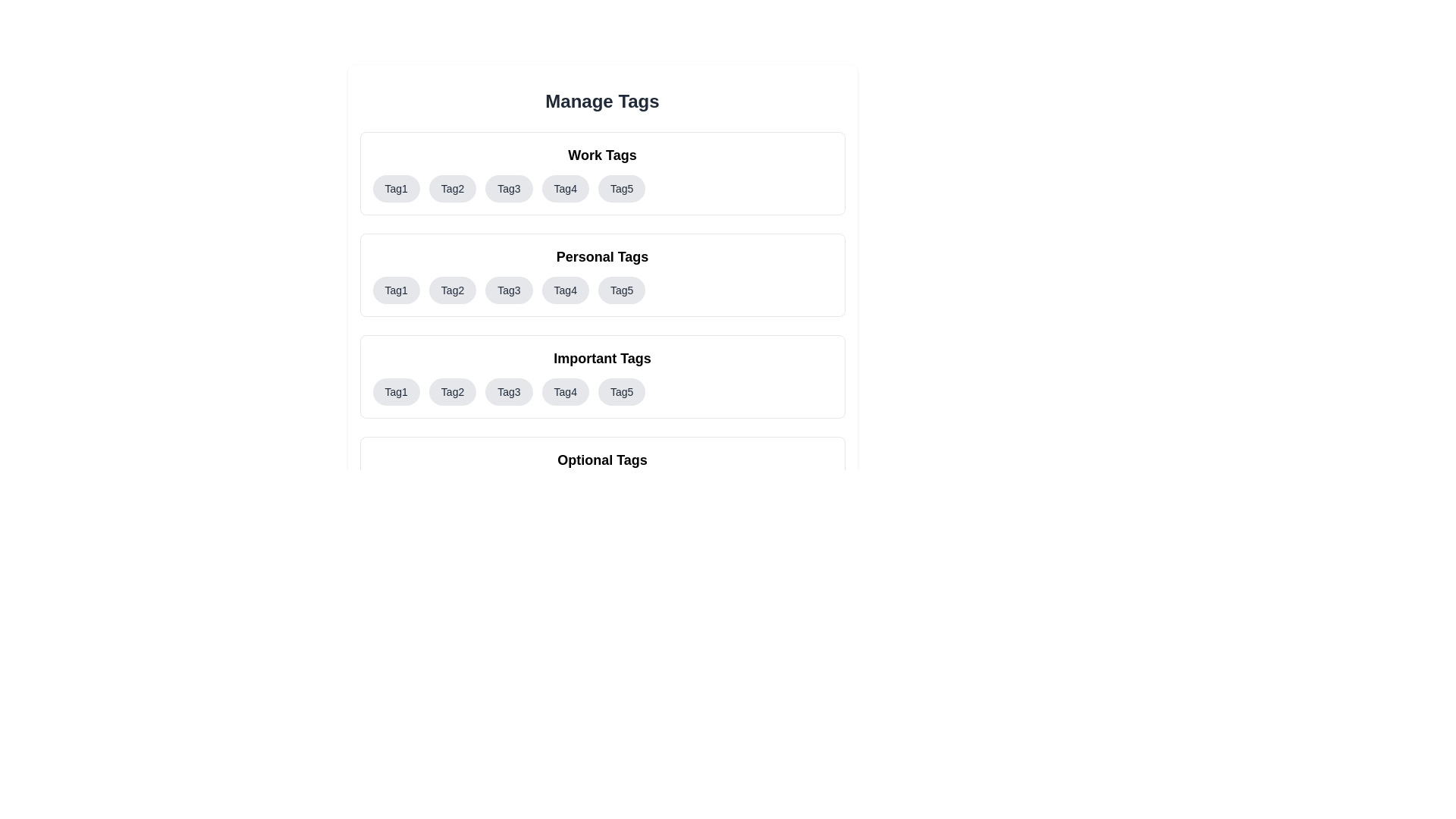 The width and height of the screenshot is (1456, 819). What do you see at coordinates (622, 290) in the screenshot?
I see `the button-like label with the text 'Tag5'` at bounding box center [622, 290].